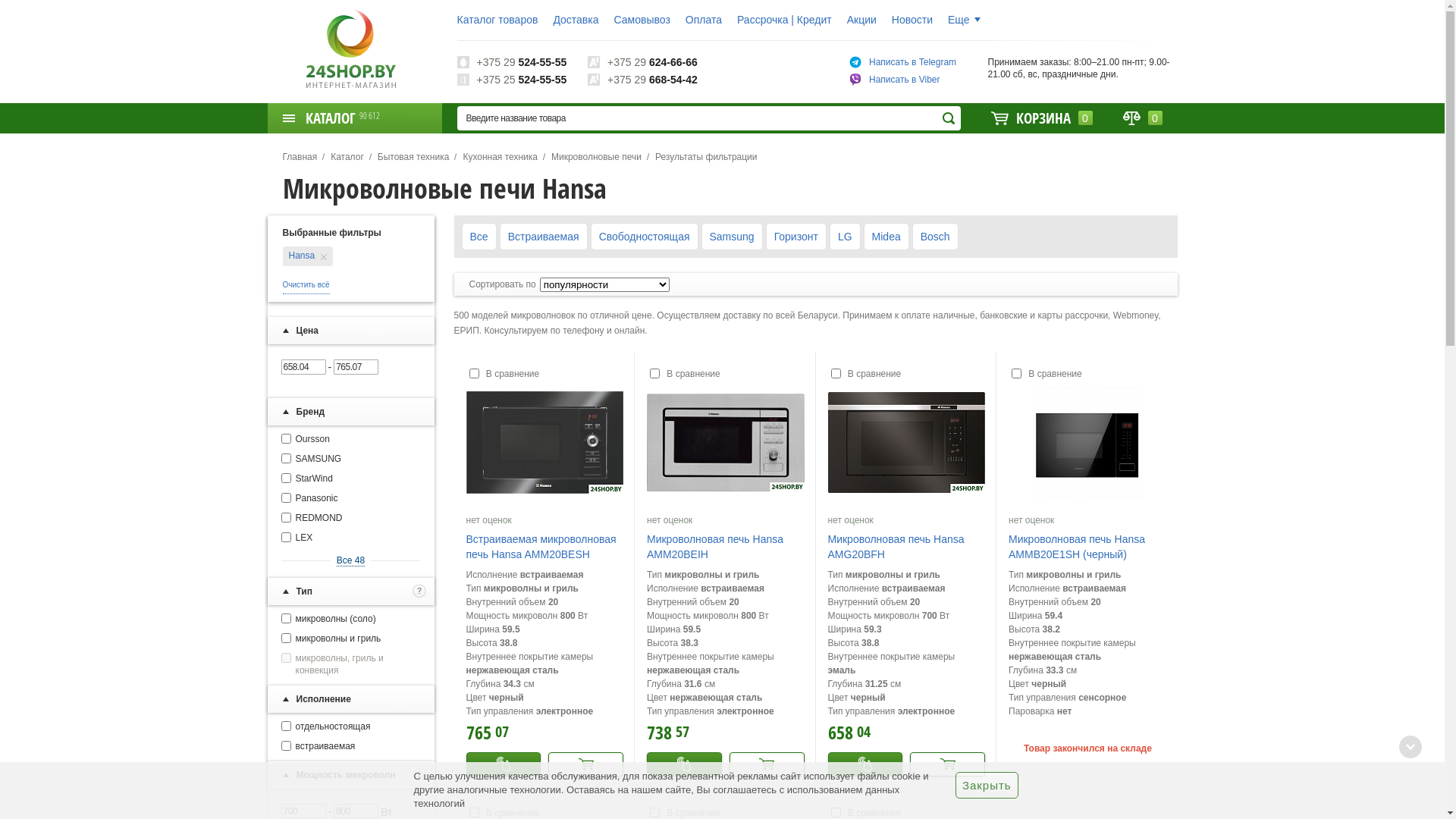 This screenshot has height=819, width=1456. I want to click on 'LG', so click(844, 237).